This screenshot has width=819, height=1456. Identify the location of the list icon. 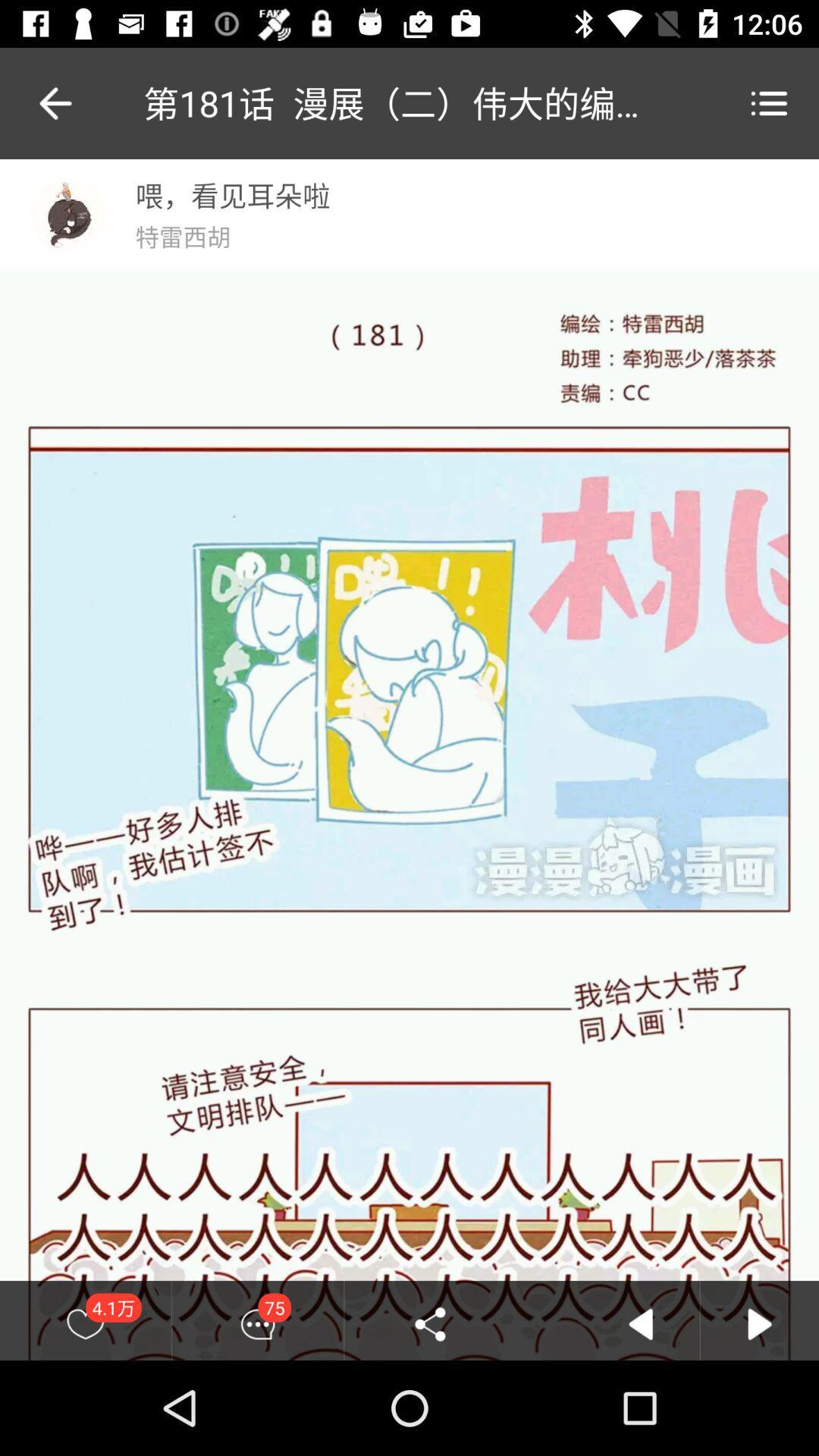
(769, 102).